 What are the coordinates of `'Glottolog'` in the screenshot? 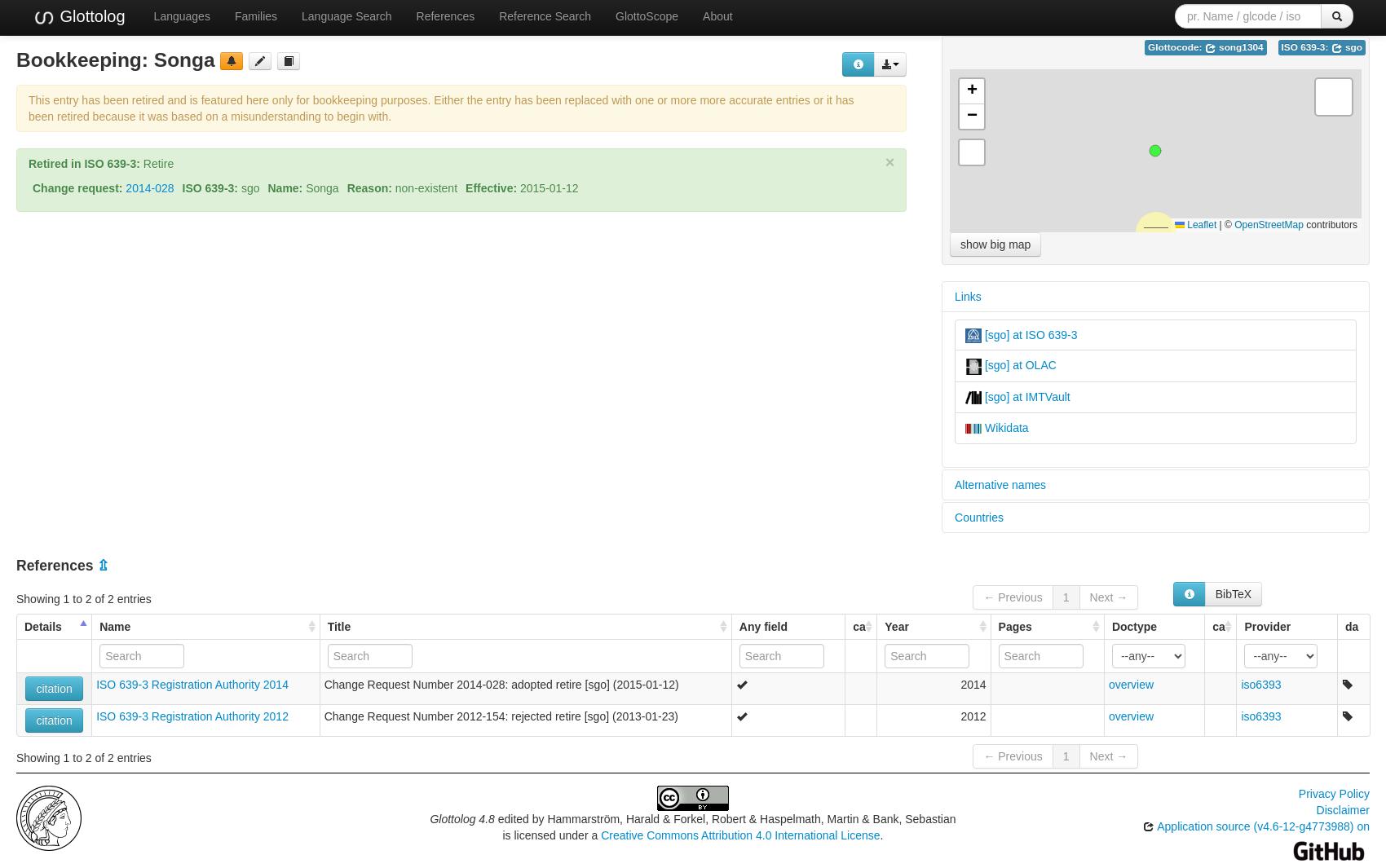 It's located at (89, 15).